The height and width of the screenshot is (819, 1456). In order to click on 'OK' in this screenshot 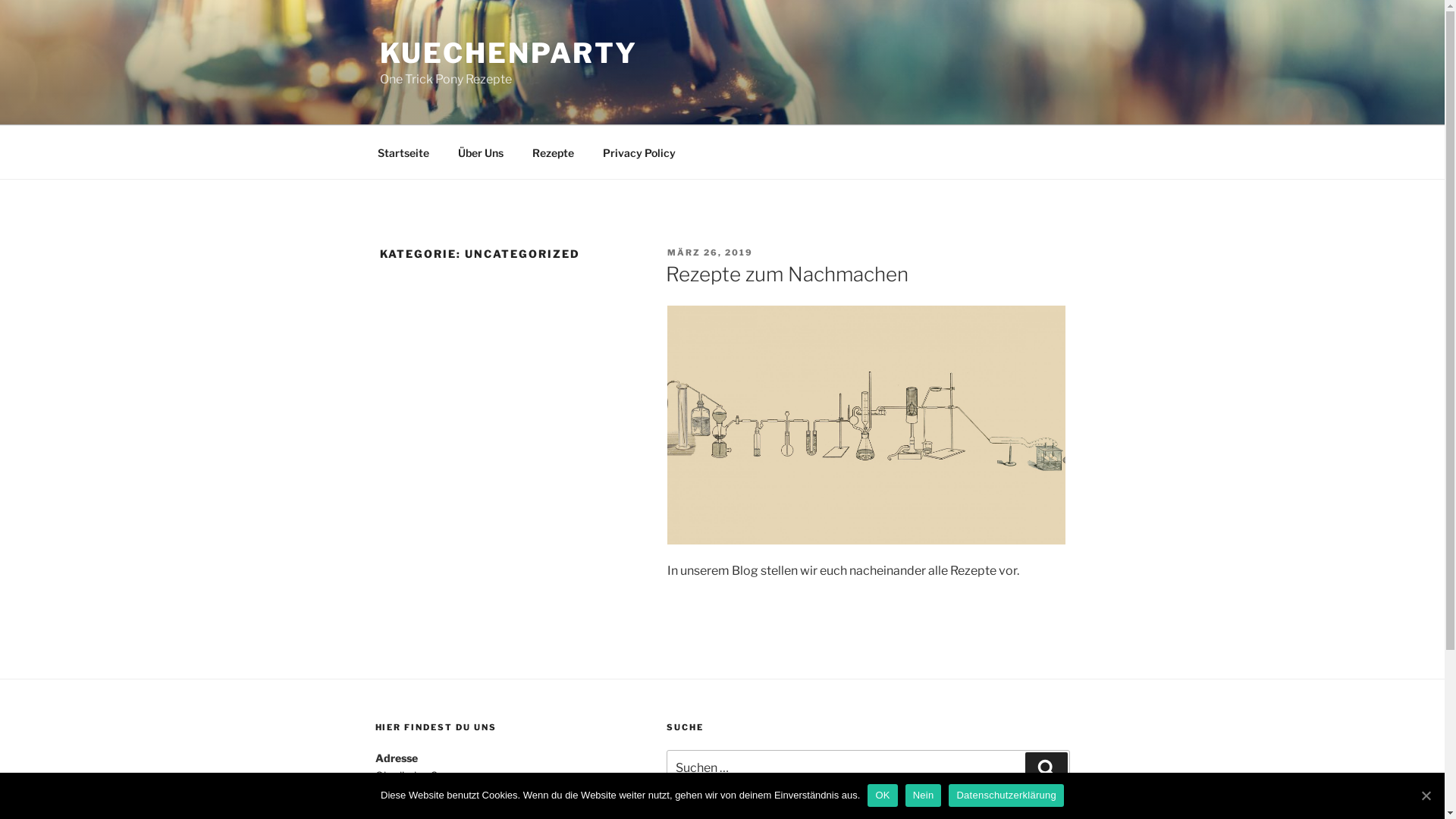, I will do `click(882, 795)`.